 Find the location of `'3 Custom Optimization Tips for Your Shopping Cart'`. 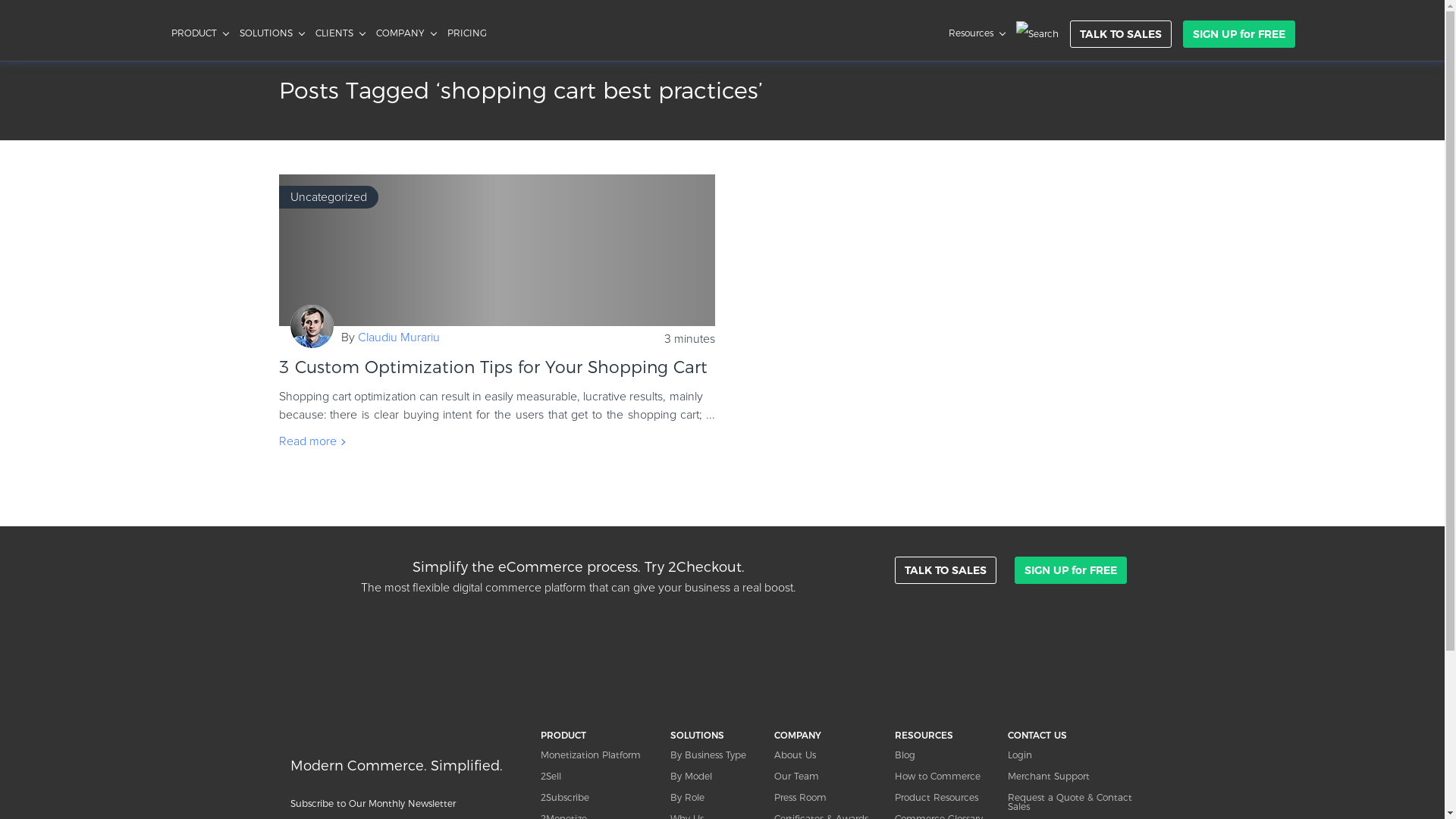

'3 Custom Optimization Tips for Your Shopping Cart' is located at coordinates (493, 366).